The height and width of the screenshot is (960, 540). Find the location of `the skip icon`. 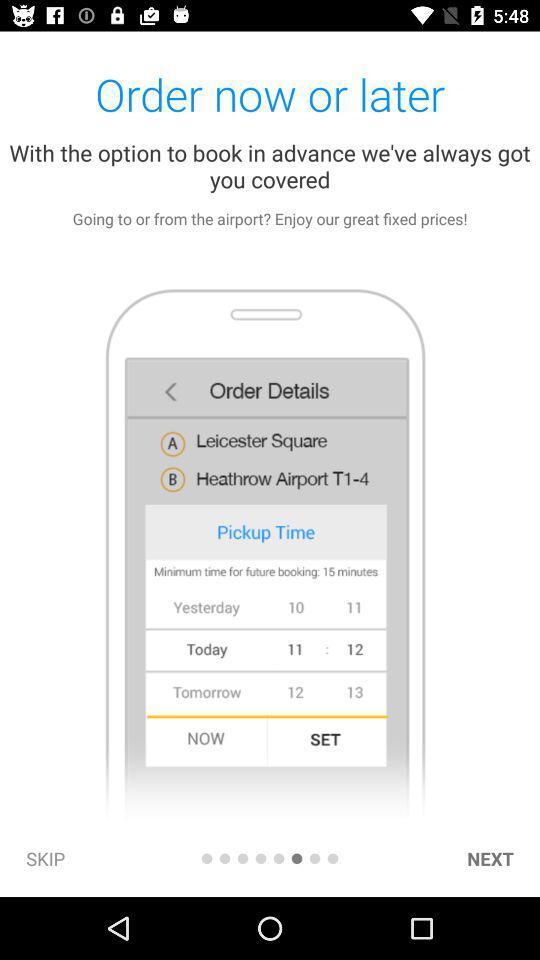

the skip icon is located at coordinates (45, 857).